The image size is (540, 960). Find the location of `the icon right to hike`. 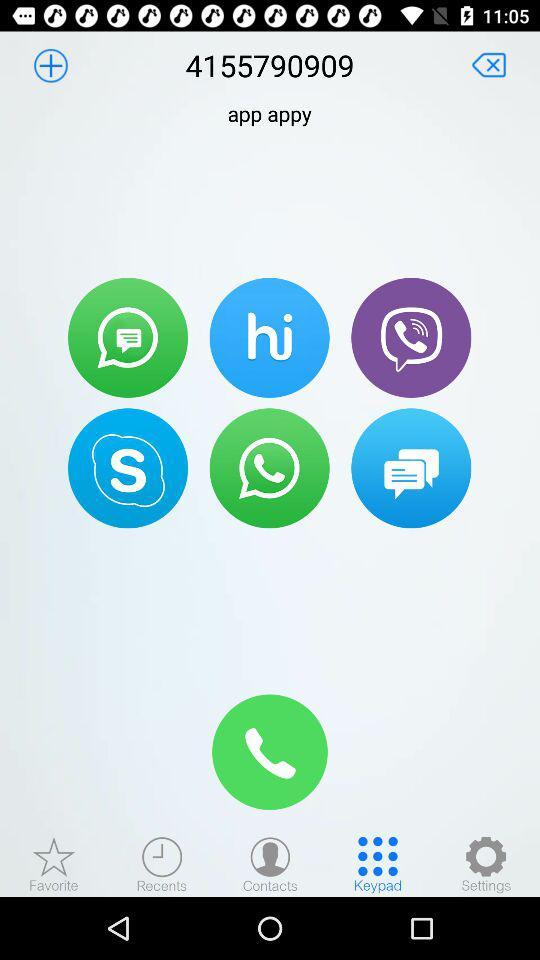

the icon right to hike is located at coordinates (410, 338).